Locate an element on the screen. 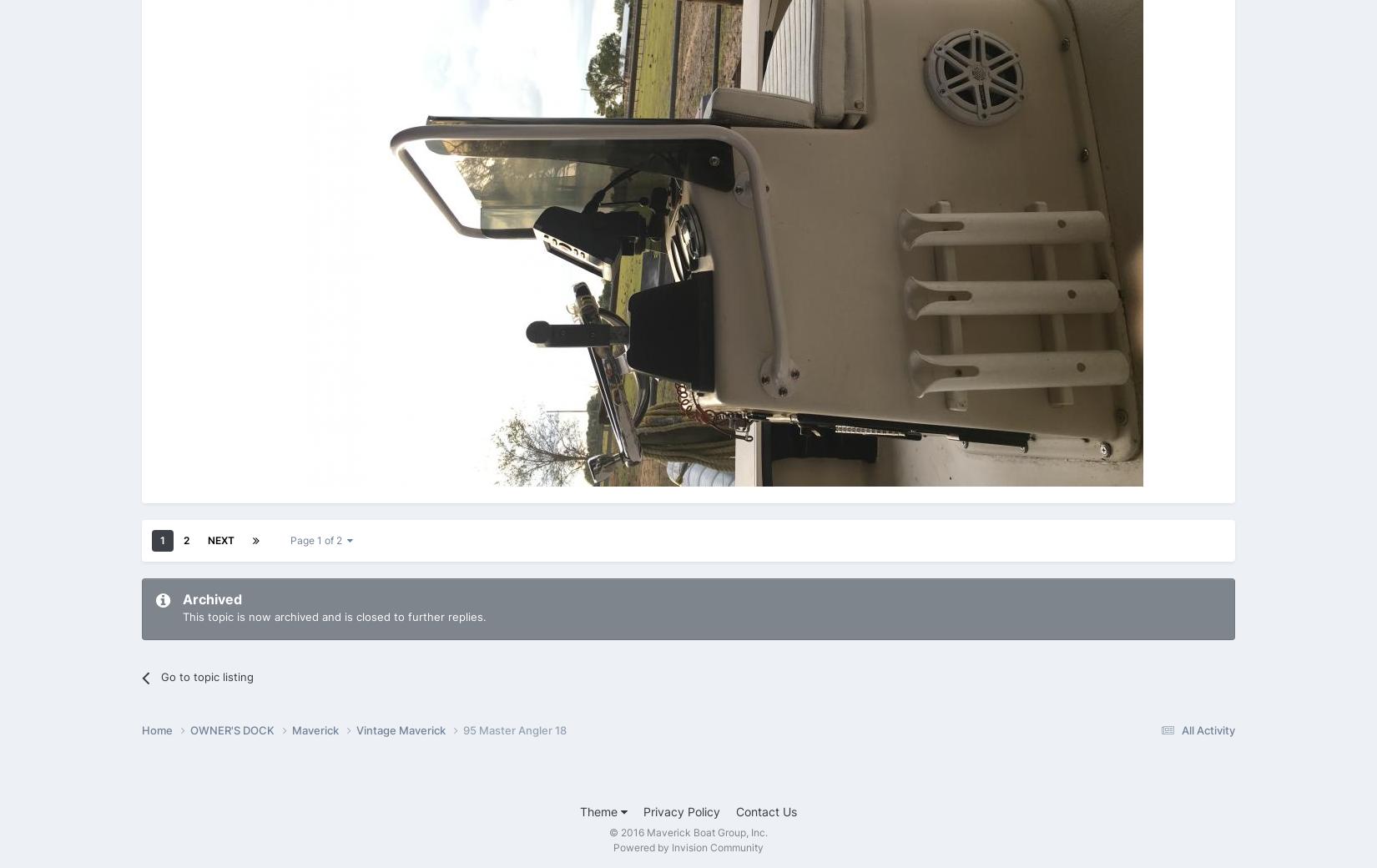 The image size is (1377, 868). 'Archived' is located at coordinates (212, 599).